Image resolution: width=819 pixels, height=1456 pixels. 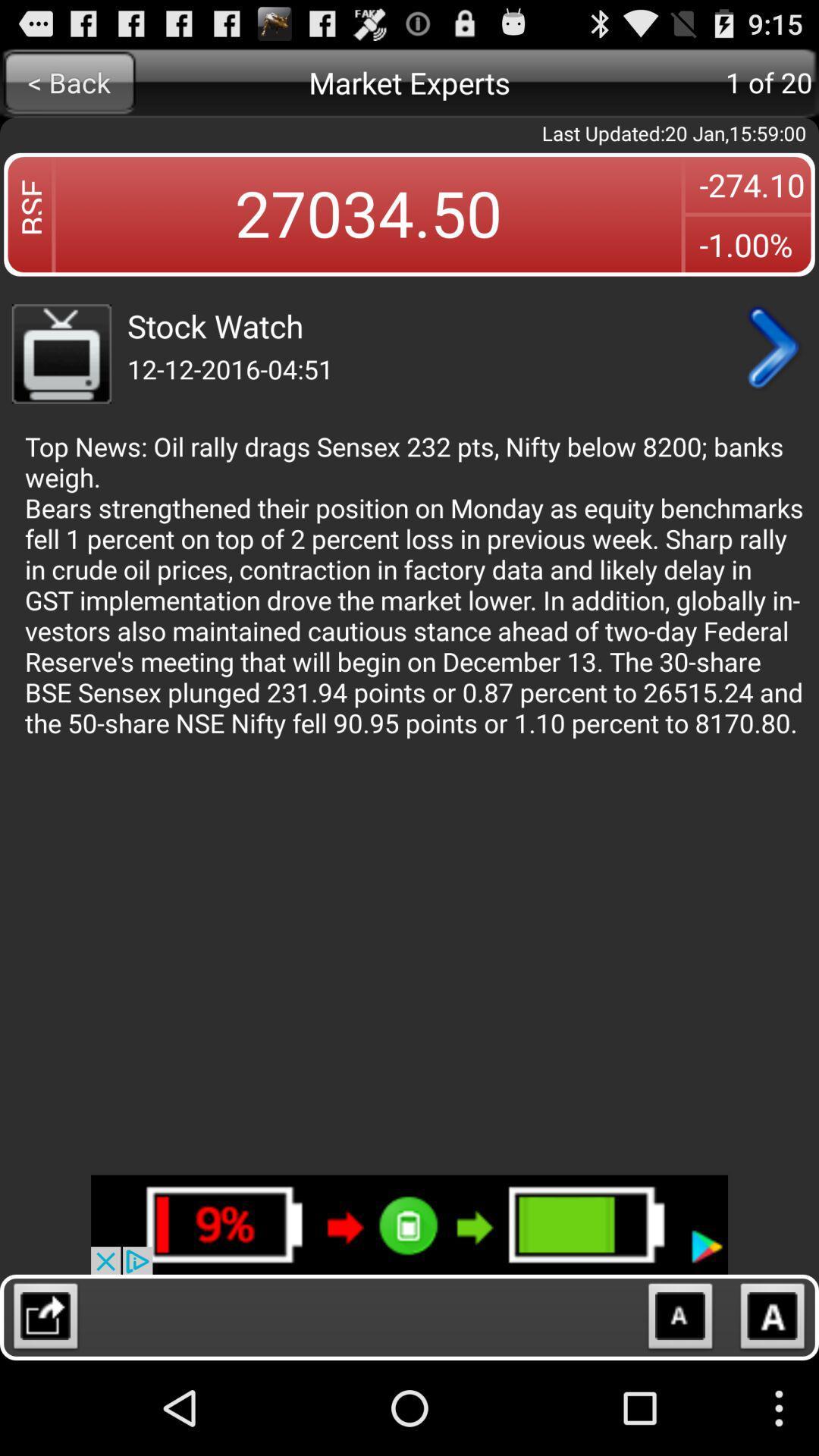 What do you see at coordinates (771, 372) in the screenshot?
I see `the arrow_forward icon` at bounding box center [771, 372].